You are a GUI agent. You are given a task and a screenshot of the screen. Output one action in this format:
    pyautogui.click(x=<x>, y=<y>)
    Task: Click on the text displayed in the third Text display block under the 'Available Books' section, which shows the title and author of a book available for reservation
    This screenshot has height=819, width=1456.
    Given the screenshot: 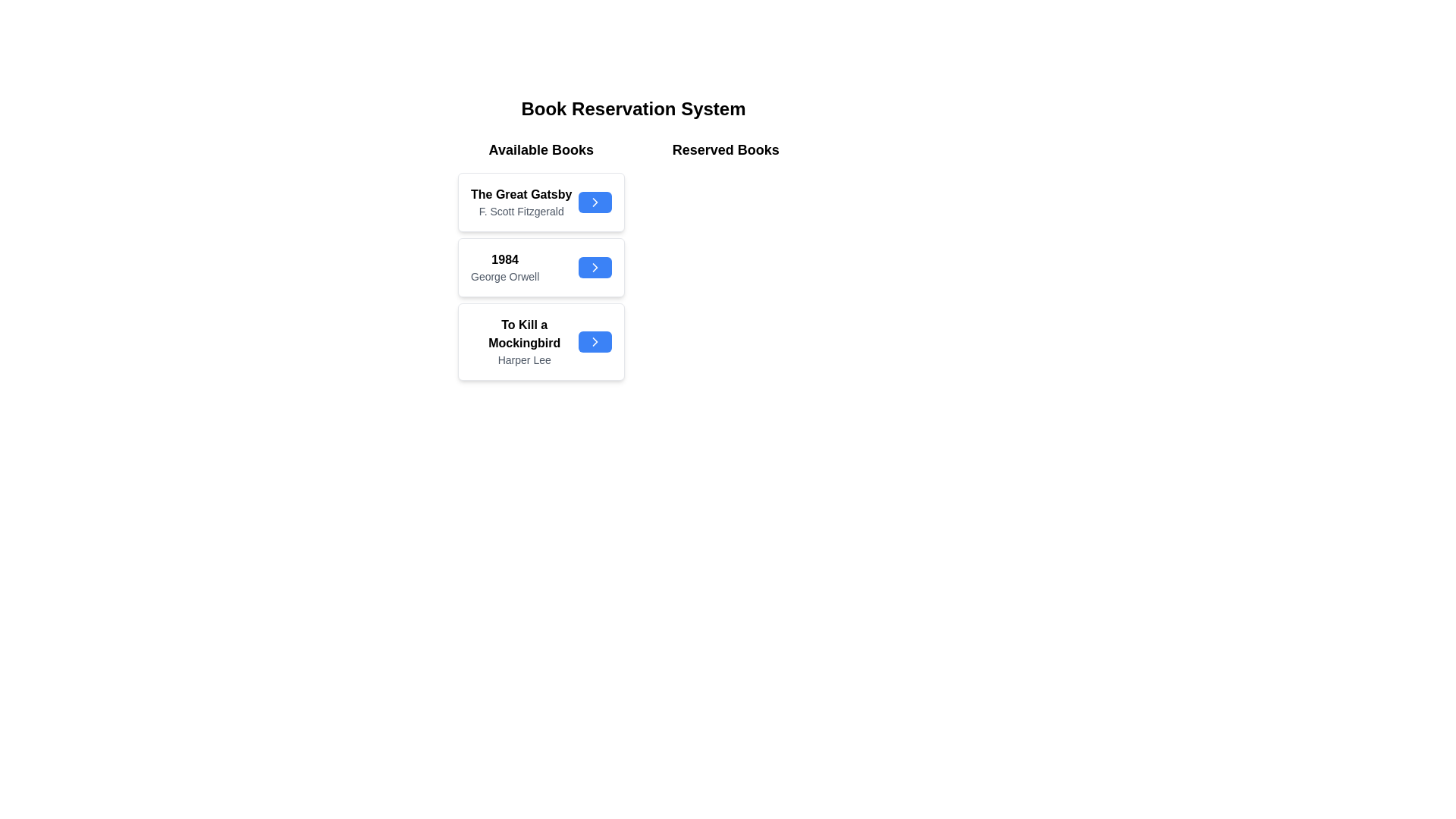 What is the action you would take?
    pyautogui.click(x=524, y=342)
    